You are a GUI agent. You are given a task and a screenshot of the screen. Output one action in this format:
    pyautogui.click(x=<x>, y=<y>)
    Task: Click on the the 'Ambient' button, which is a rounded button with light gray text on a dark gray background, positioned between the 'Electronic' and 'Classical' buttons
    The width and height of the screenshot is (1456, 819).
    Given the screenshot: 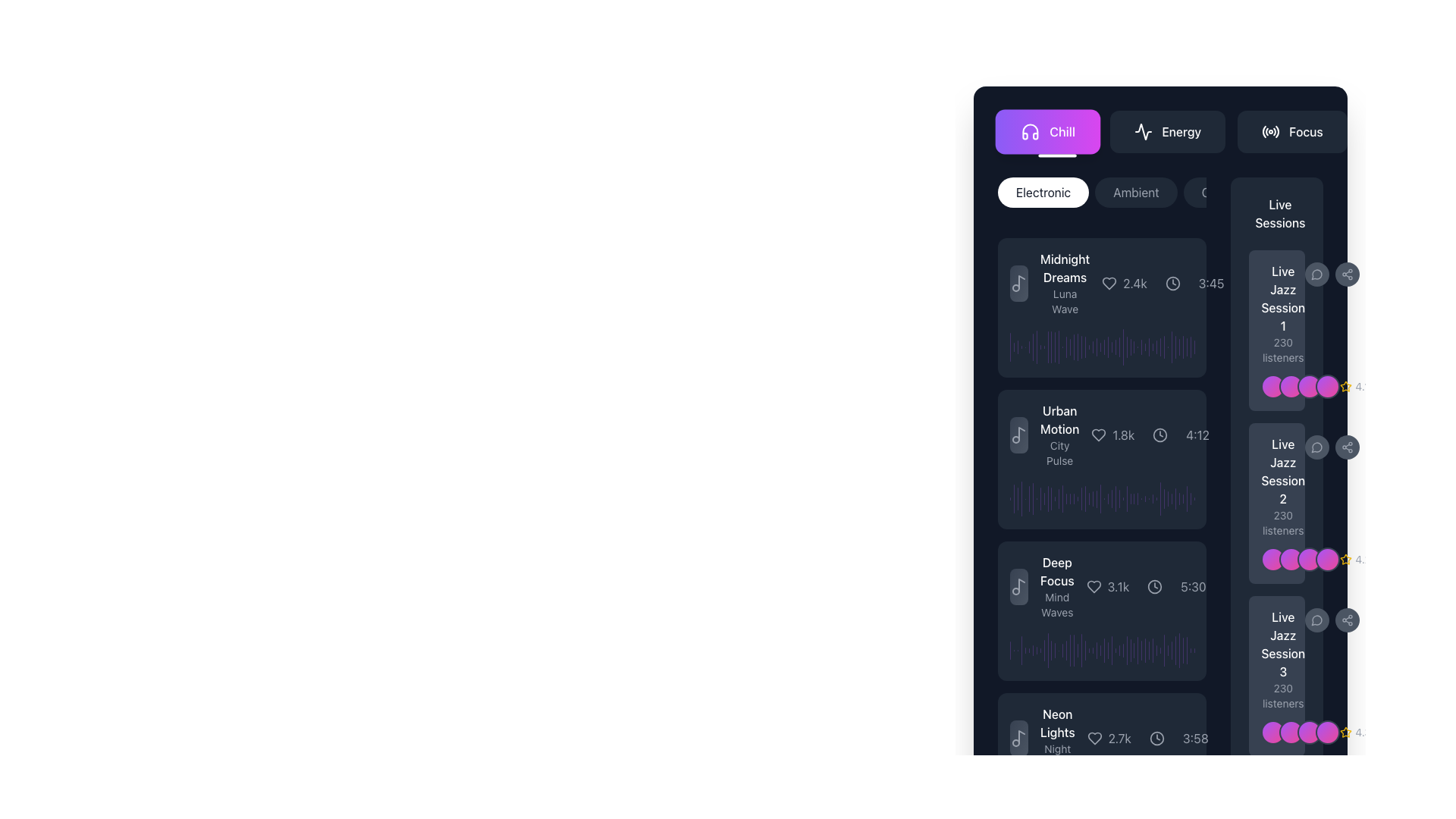 What is the action you would take?
    pyautogui.click(x=1136, y=192)
    